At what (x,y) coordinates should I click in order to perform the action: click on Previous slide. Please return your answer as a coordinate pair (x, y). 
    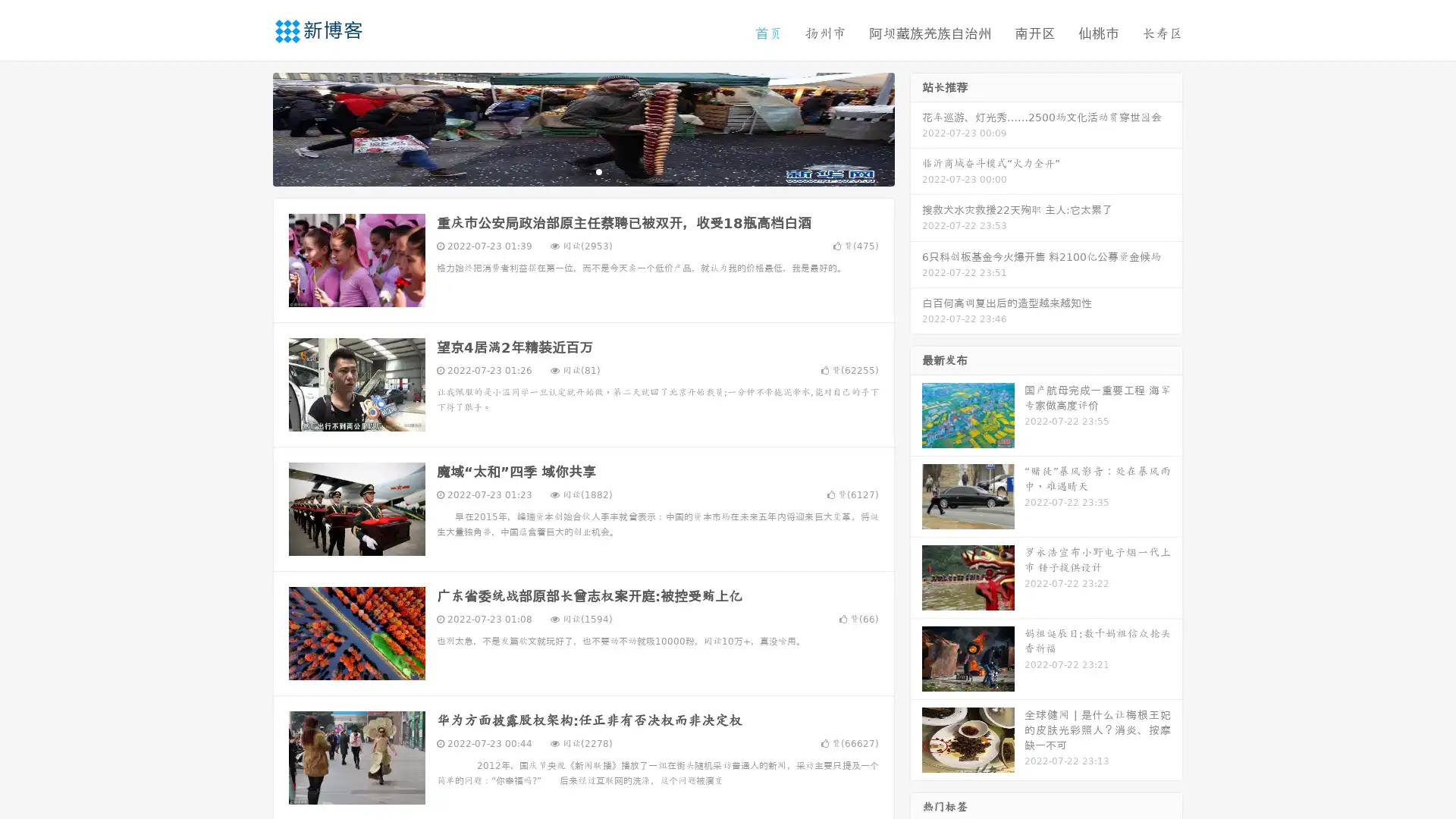
    Looking at the image, I should click on (250, 127).